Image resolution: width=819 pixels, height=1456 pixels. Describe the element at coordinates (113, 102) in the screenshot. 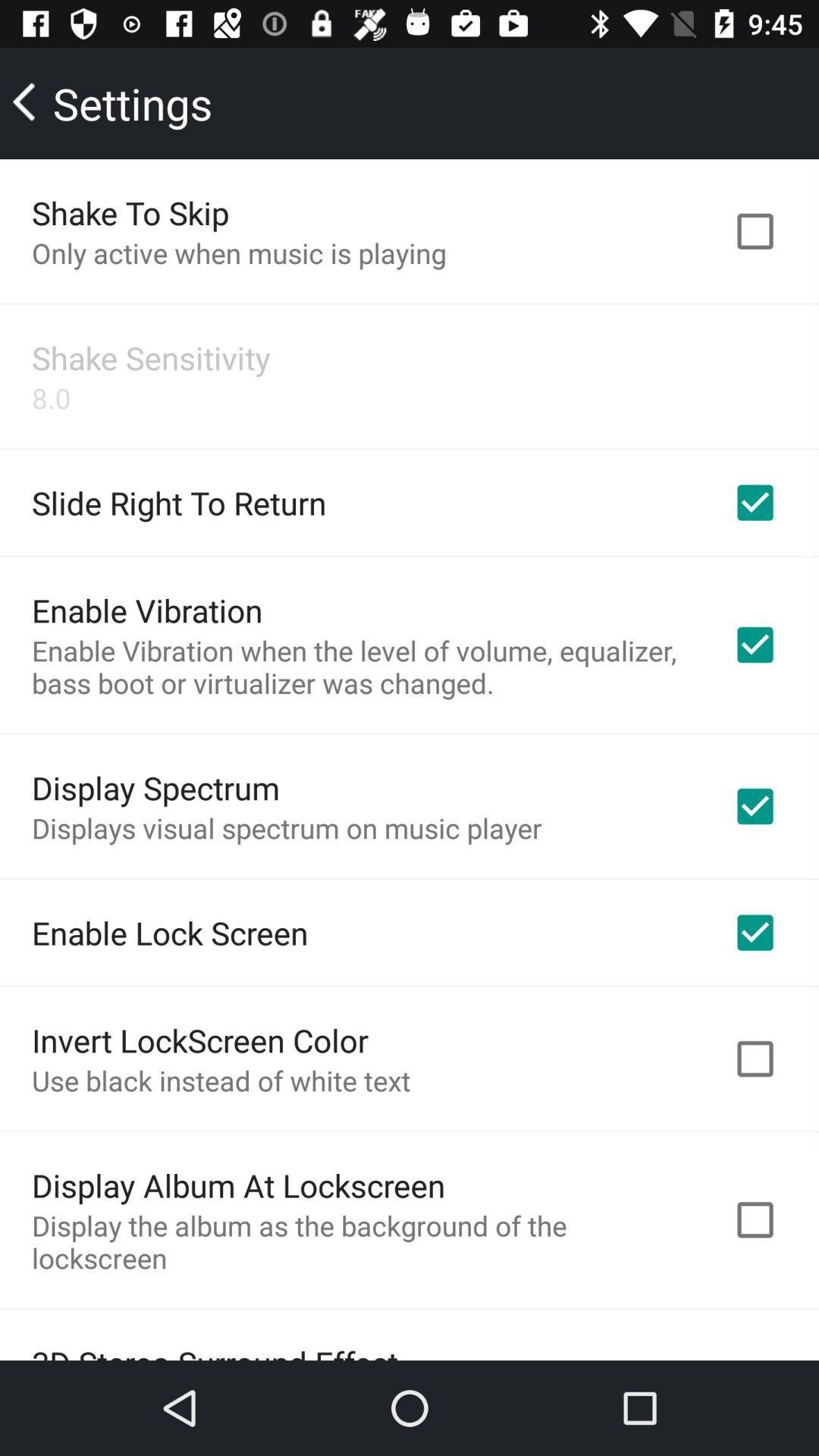

I see `settings app` at that location.